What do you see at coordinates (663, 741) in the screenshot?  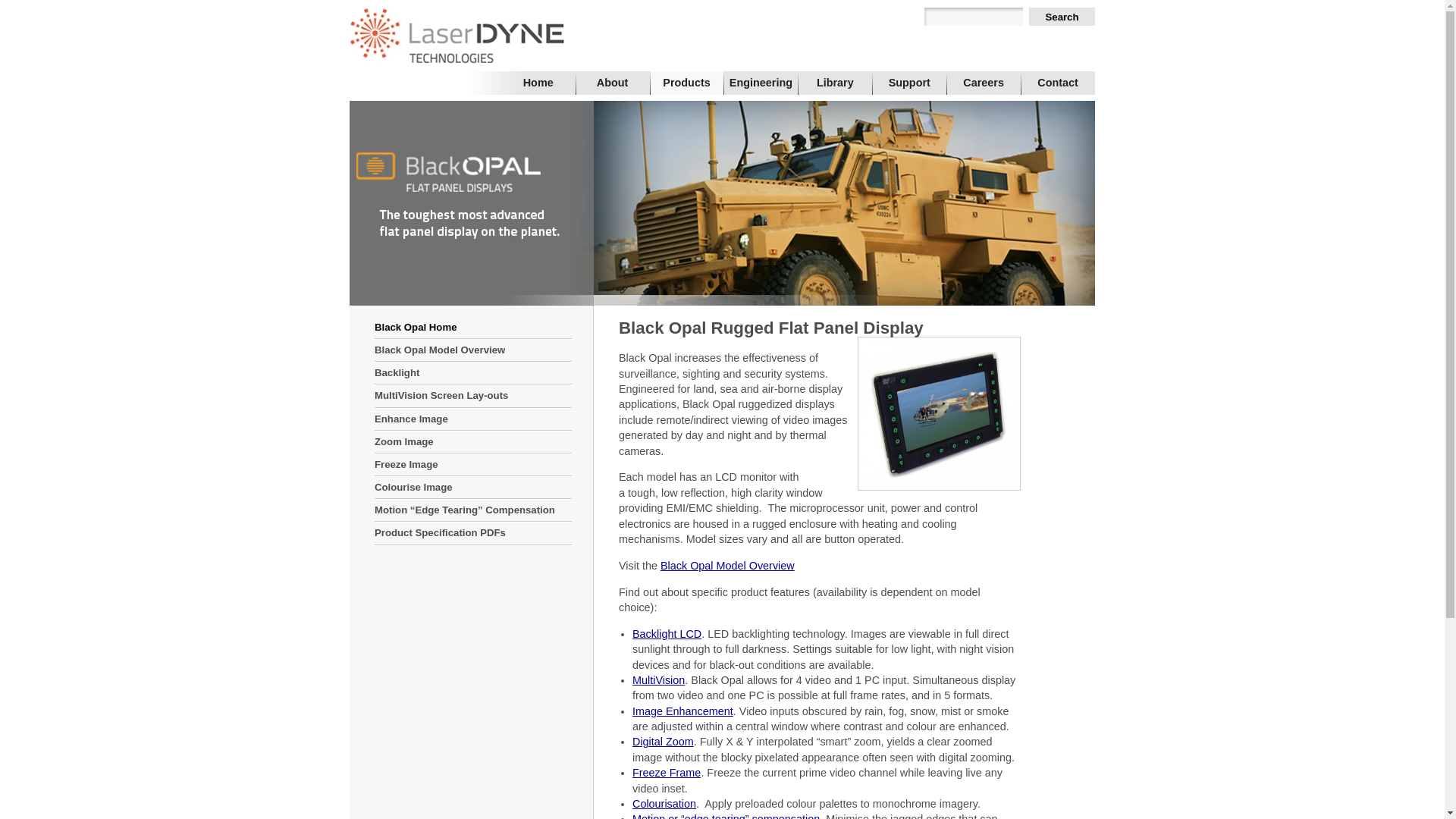 I see `'Digital Zoom'` at bounding box center [663, 741].